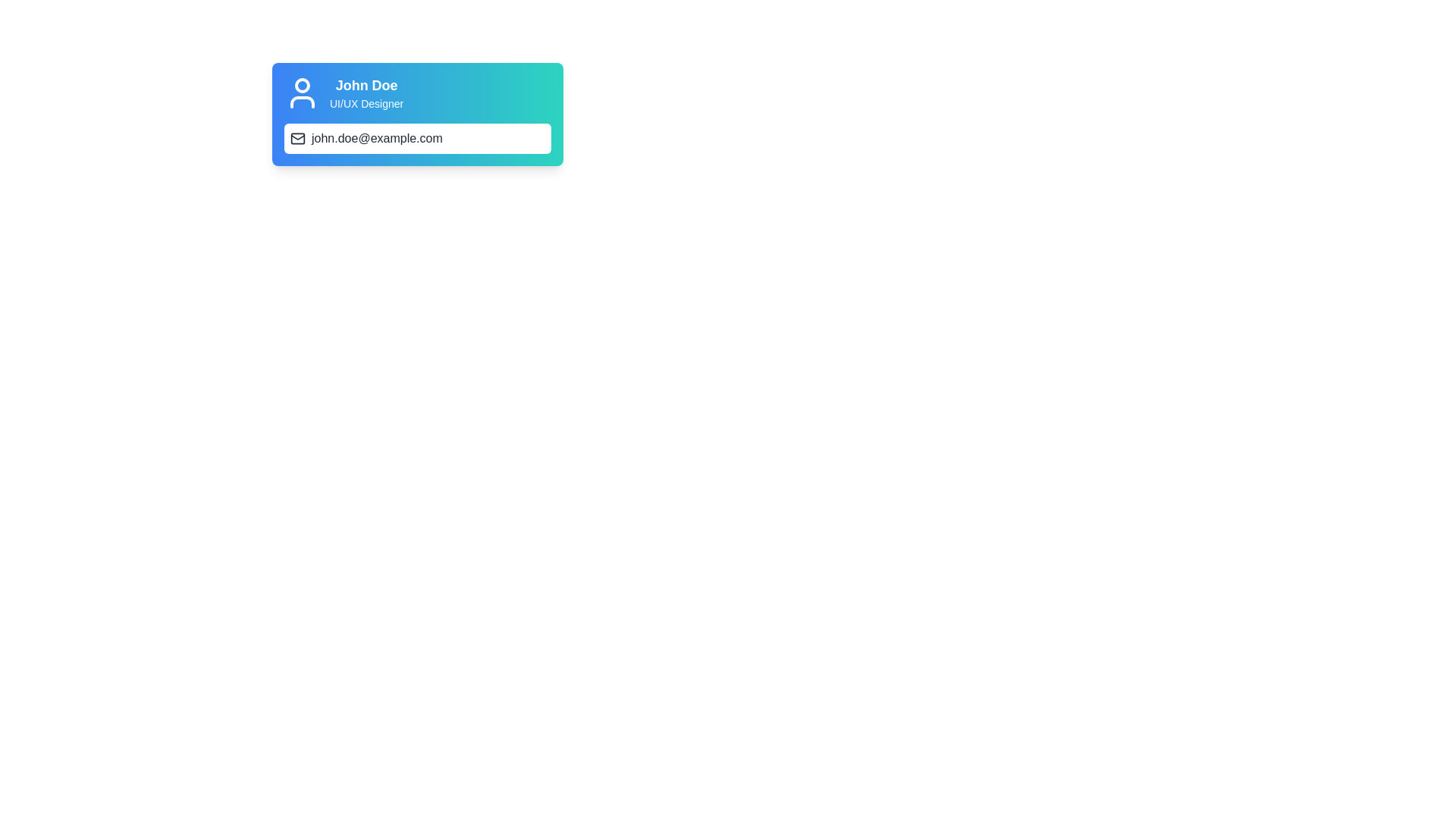 Image resolution: width=1456 pixels, height=819 pixels. What do you see at coordinates (377, 138) in the screenshot?
I see `the email address display element that shows 'john.doe@example.com' within the user profile card` at bounding box center [377, 138].